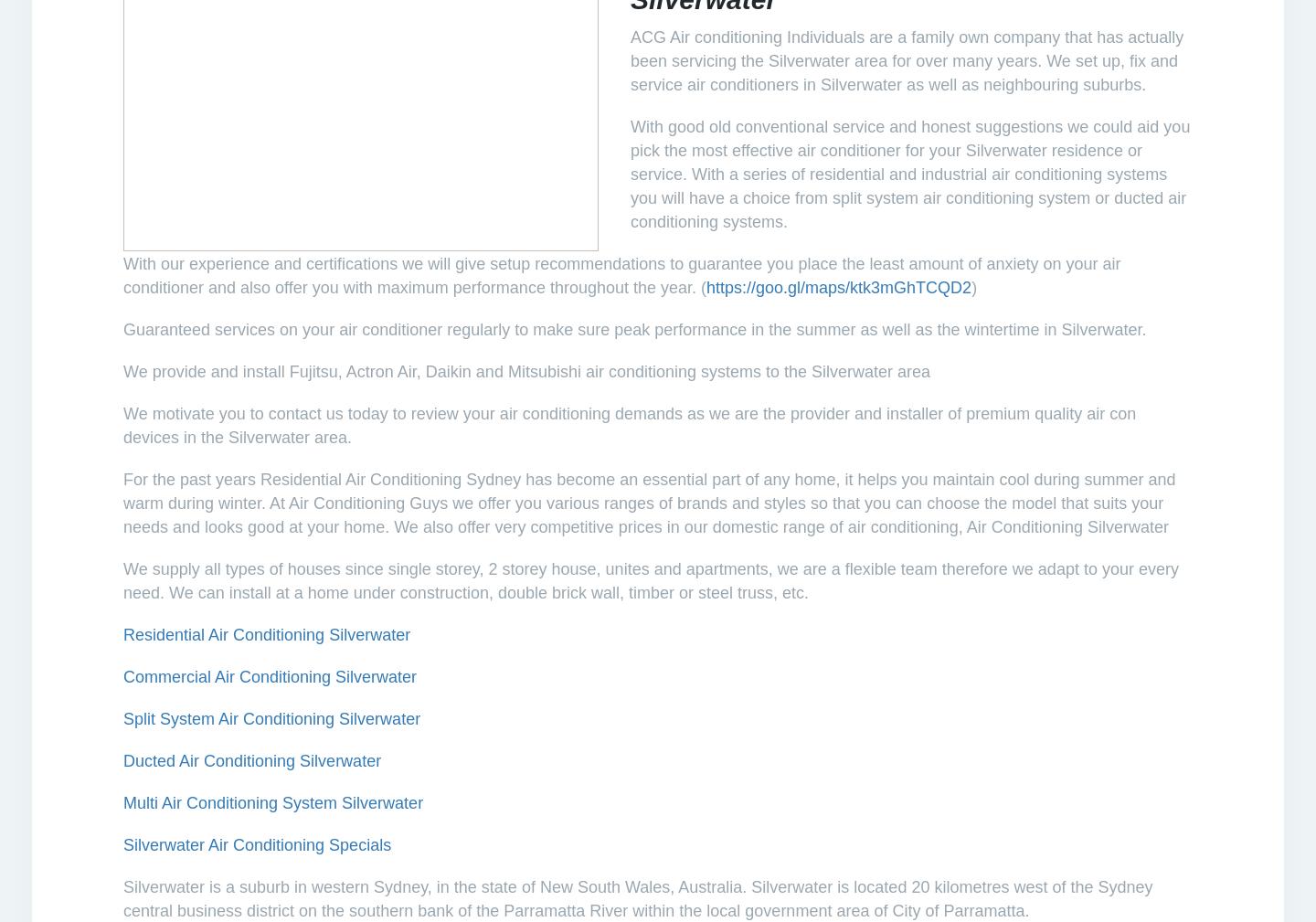 Image resolution: width=1316 pixels, height=922 pixels. What do you see at coordinates (974, 287) in the screenshot?
I see `')'` at bounding box center [974, 287].